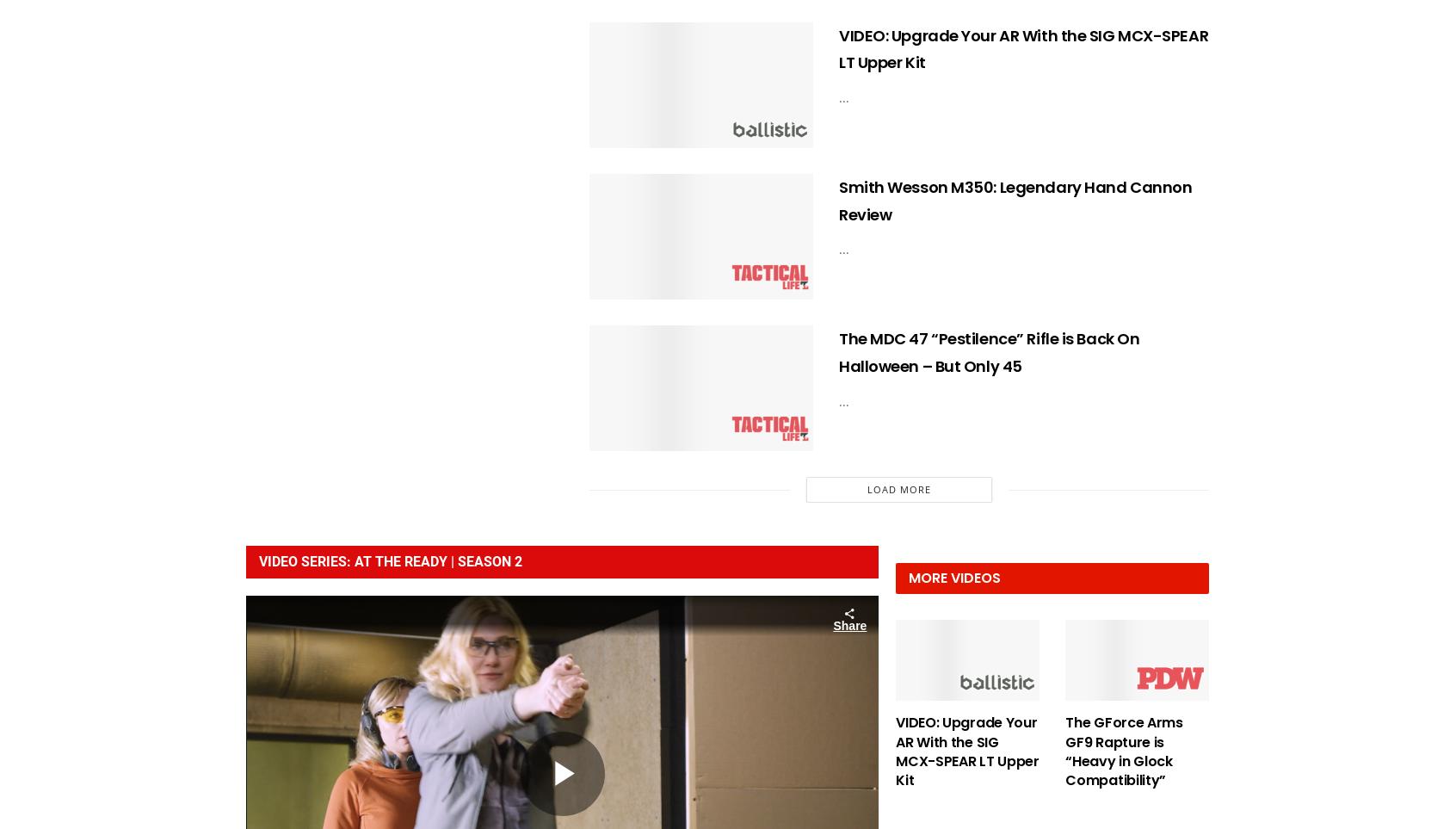 The height and width of the screenshot is (829, 1456). What do you see at coordinates (1123, 751) in the screenshot?
I see `'The GForce Arms GF9 Rapture is “Heavy in Glock Compatibility”'` at bounding box center [1123, 751].